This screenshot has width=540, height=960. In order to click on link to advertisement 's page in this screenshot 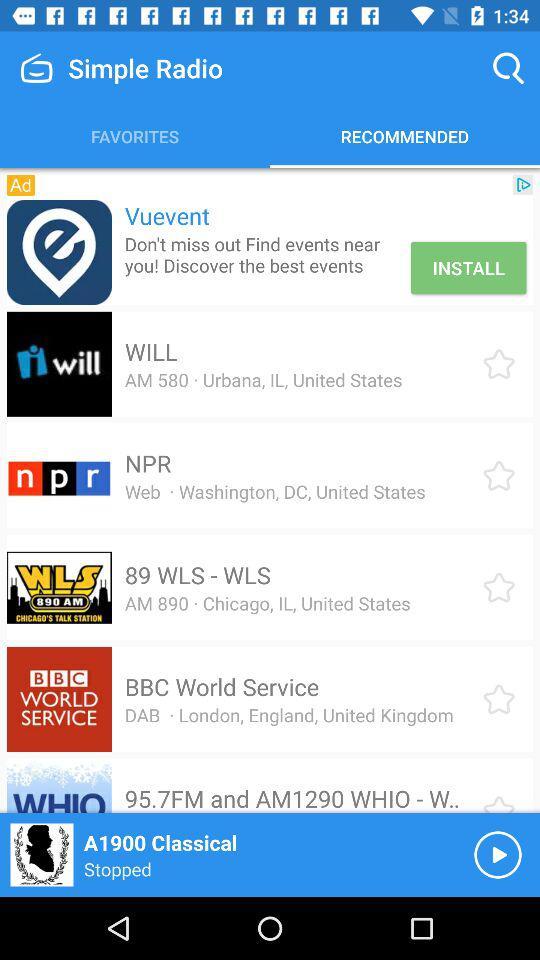, I will do `click(59, 251)`.